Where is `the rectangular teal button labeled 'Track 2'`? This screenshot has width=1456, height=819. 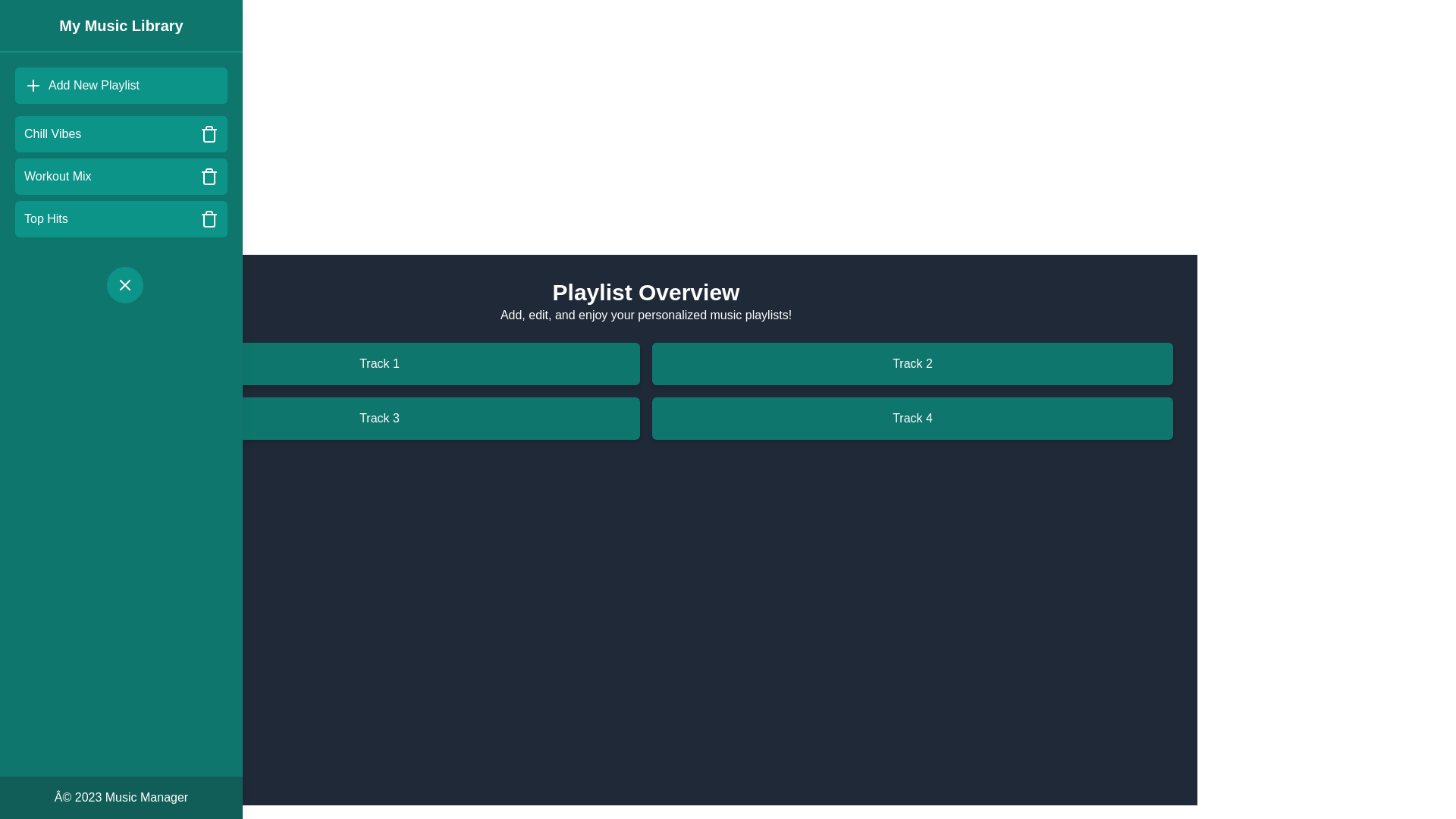 the rectangular teal button labeled 'Track 2' is located at coordinates (912, 363).